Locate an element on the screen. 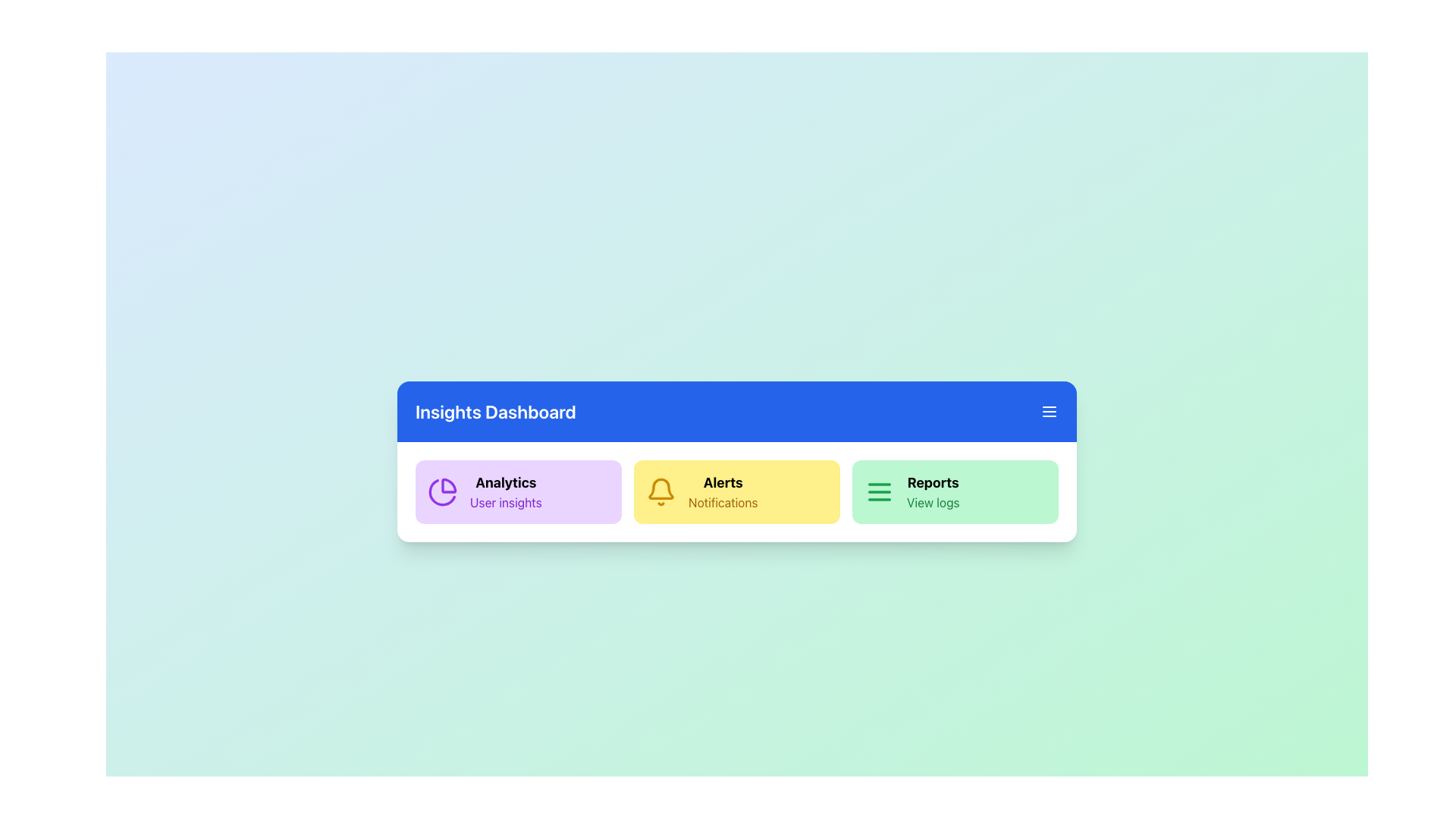 This screenshot has width=1456, height=819. the textual label displaying 'Alerts' and 'Notifications' on a yellow background, which is centrally positioned within the second block of a row of three blocks is located at coordinates (722, 491).